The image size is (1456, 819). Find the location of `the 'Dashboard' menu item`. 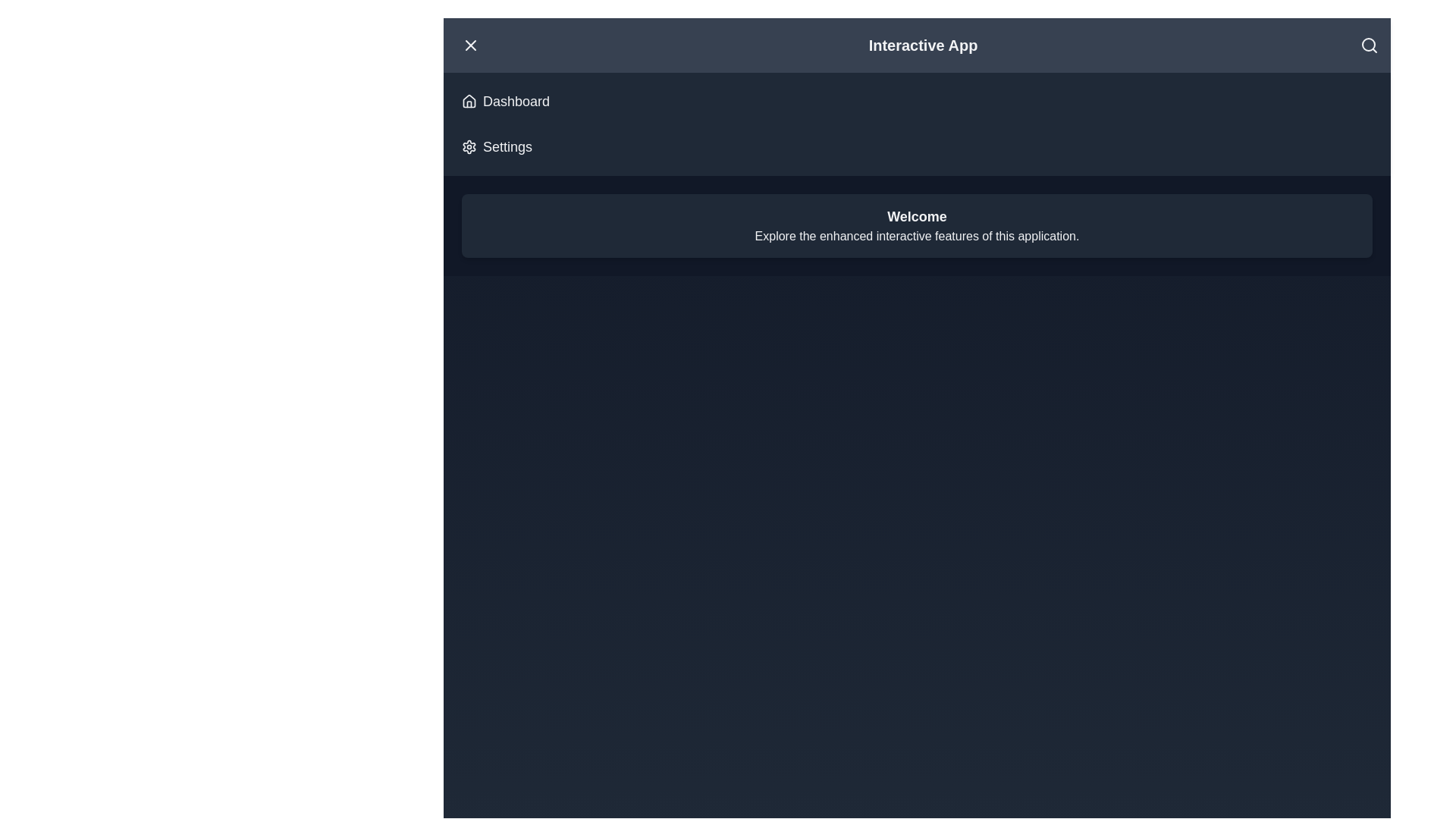

the 'Dashboard' menu item is located at coordinates (506, 102).